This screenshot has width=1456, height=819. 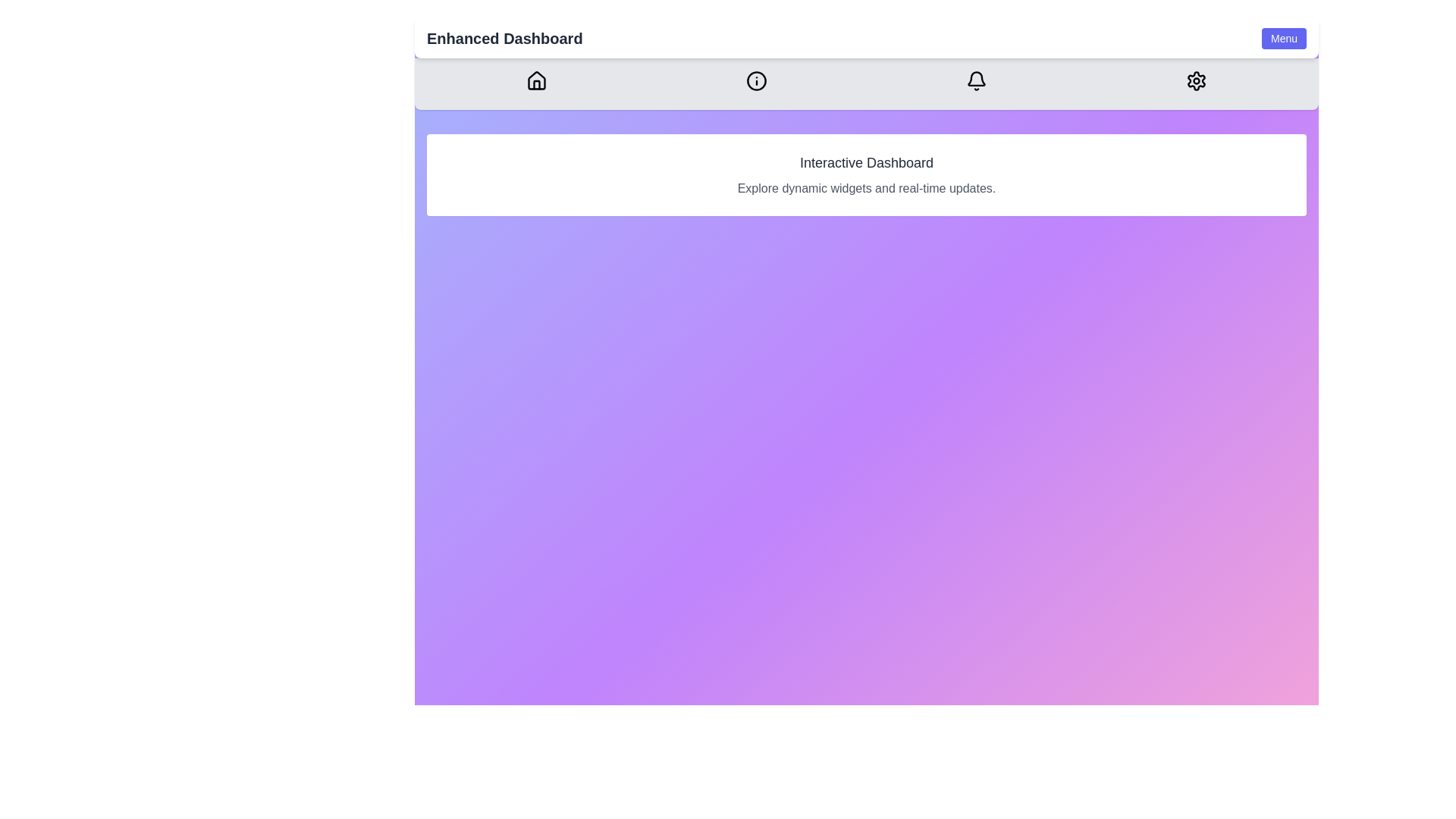 I want to click on the 'Menu' button to toggle the menu visibility, so click(x=1283, y=37).